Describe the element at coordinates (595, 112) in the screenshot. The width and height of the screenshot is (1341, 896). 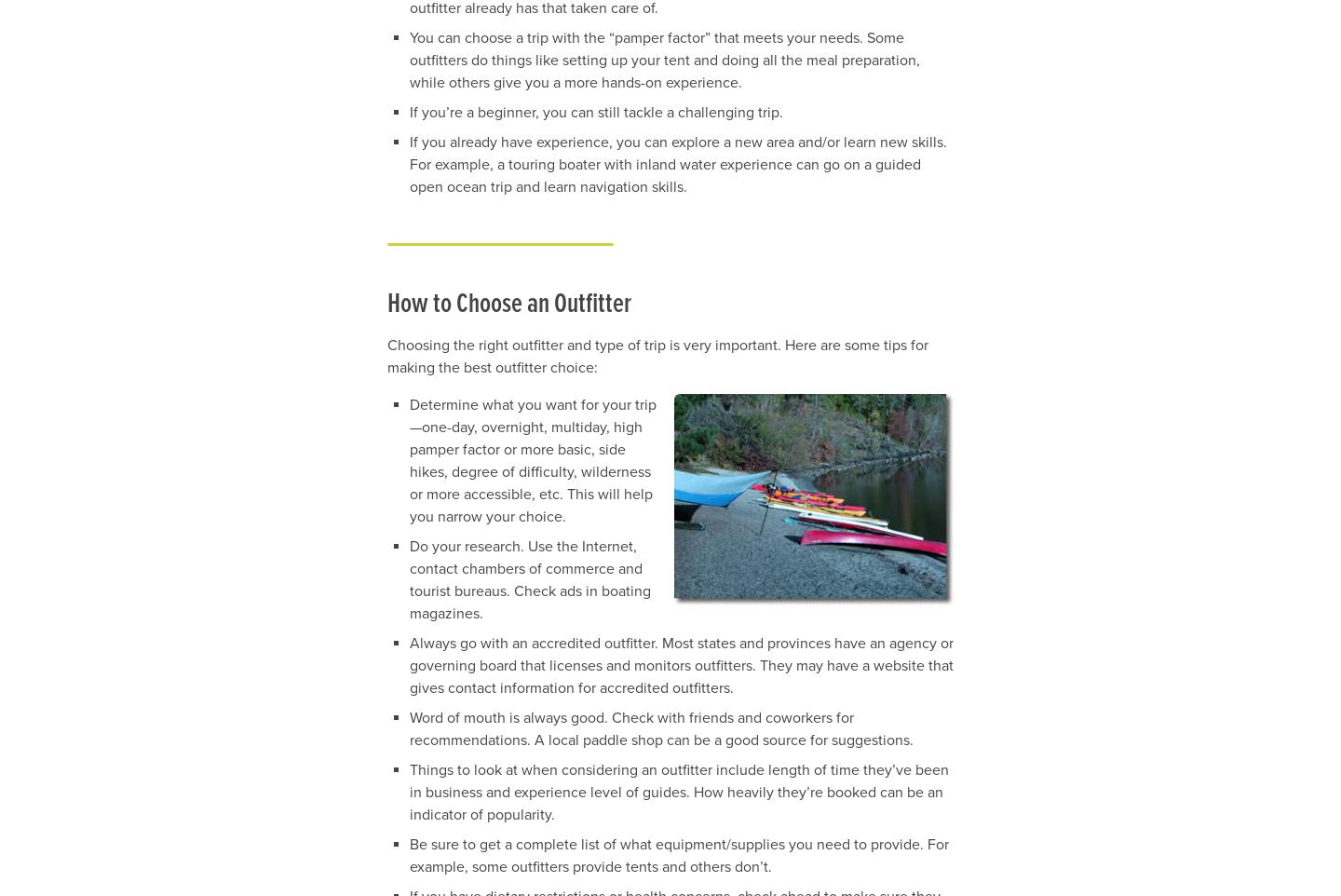
I see `'If you’re a beginner, you can still tackle a challenging trip.'` at that location.